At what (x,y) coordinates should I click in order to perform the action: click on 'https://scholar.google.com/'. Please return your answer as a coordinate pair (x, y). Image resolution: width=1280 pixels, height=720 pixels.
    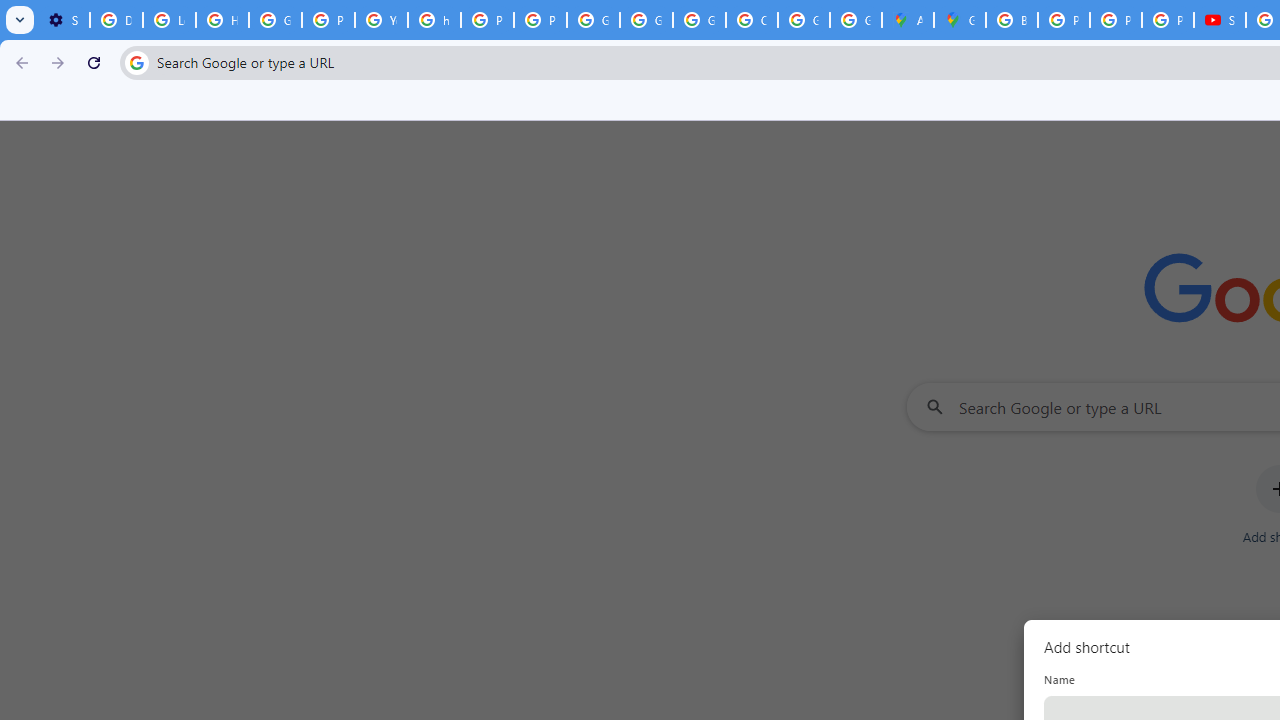
    Looking at the image, I should click on (433, 20).